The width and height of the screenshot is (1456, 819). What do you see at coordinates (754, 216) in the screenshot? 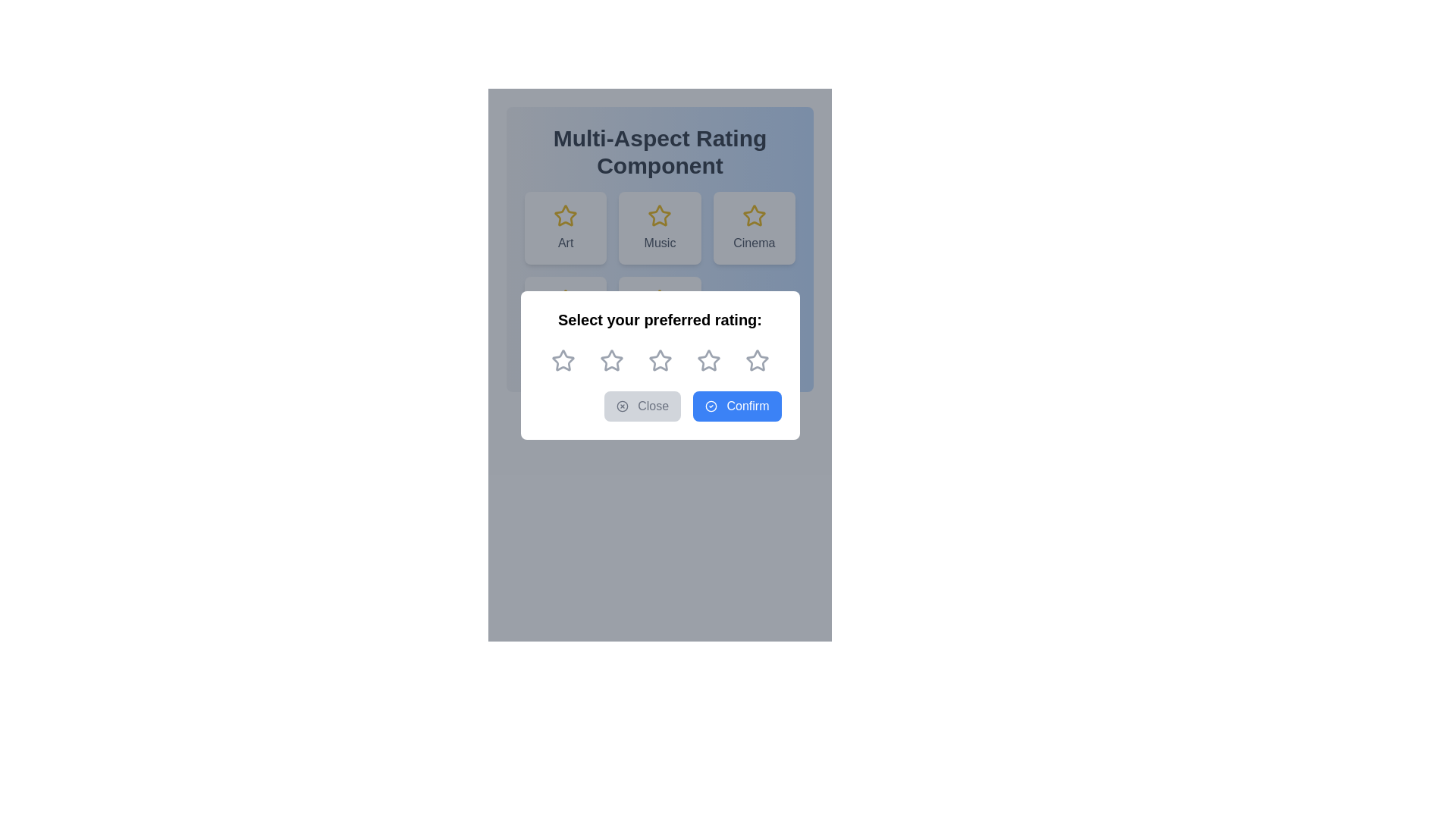
I see `the star icon that represents the rating indicator for the 'Cinema' category, located at the center of the 'Cinema' card above the text label 'Cinema'` at bounding box center [754, 216].